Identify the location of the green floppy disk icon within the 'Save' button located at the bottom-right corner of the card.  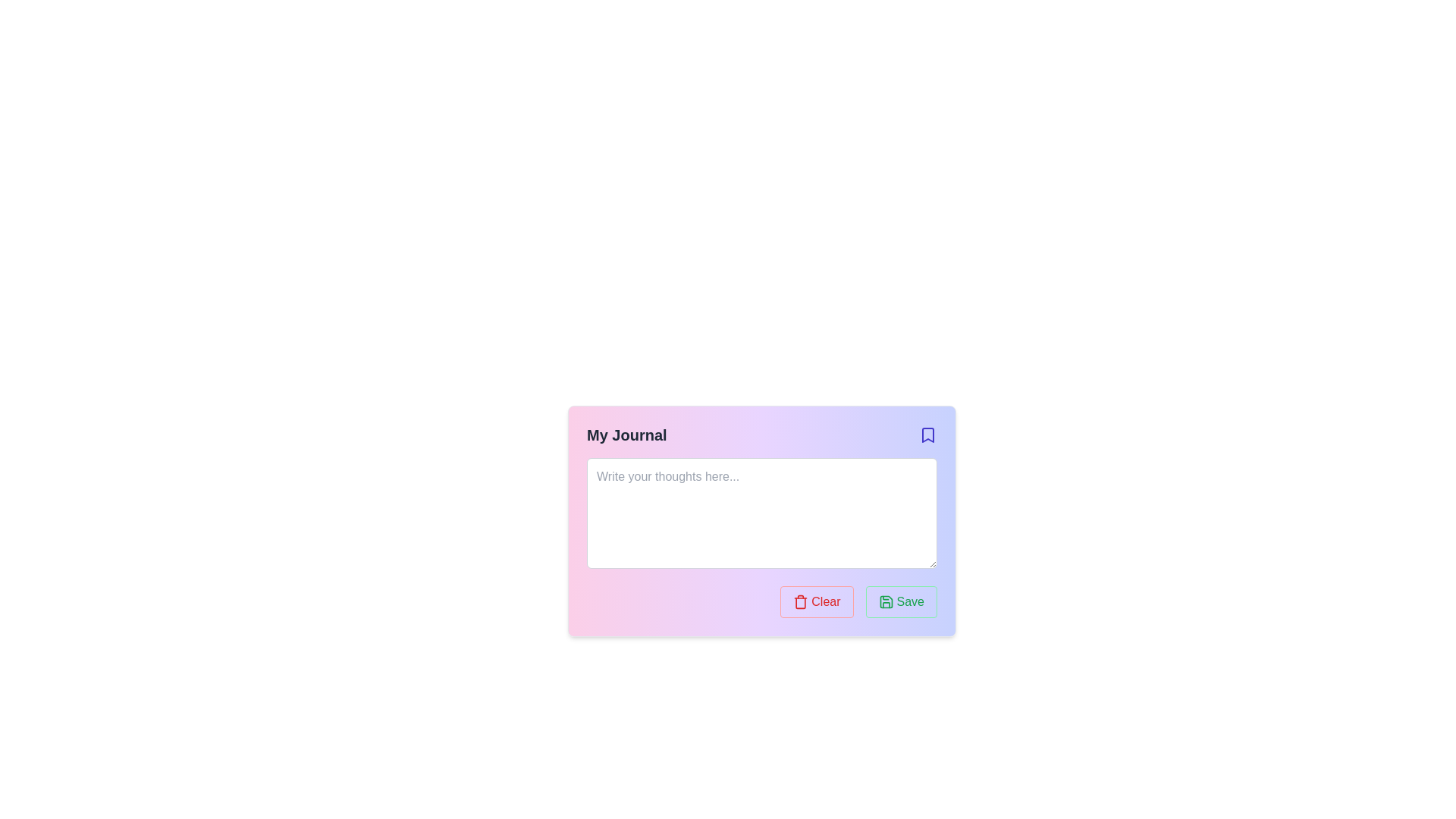
(886, 601).